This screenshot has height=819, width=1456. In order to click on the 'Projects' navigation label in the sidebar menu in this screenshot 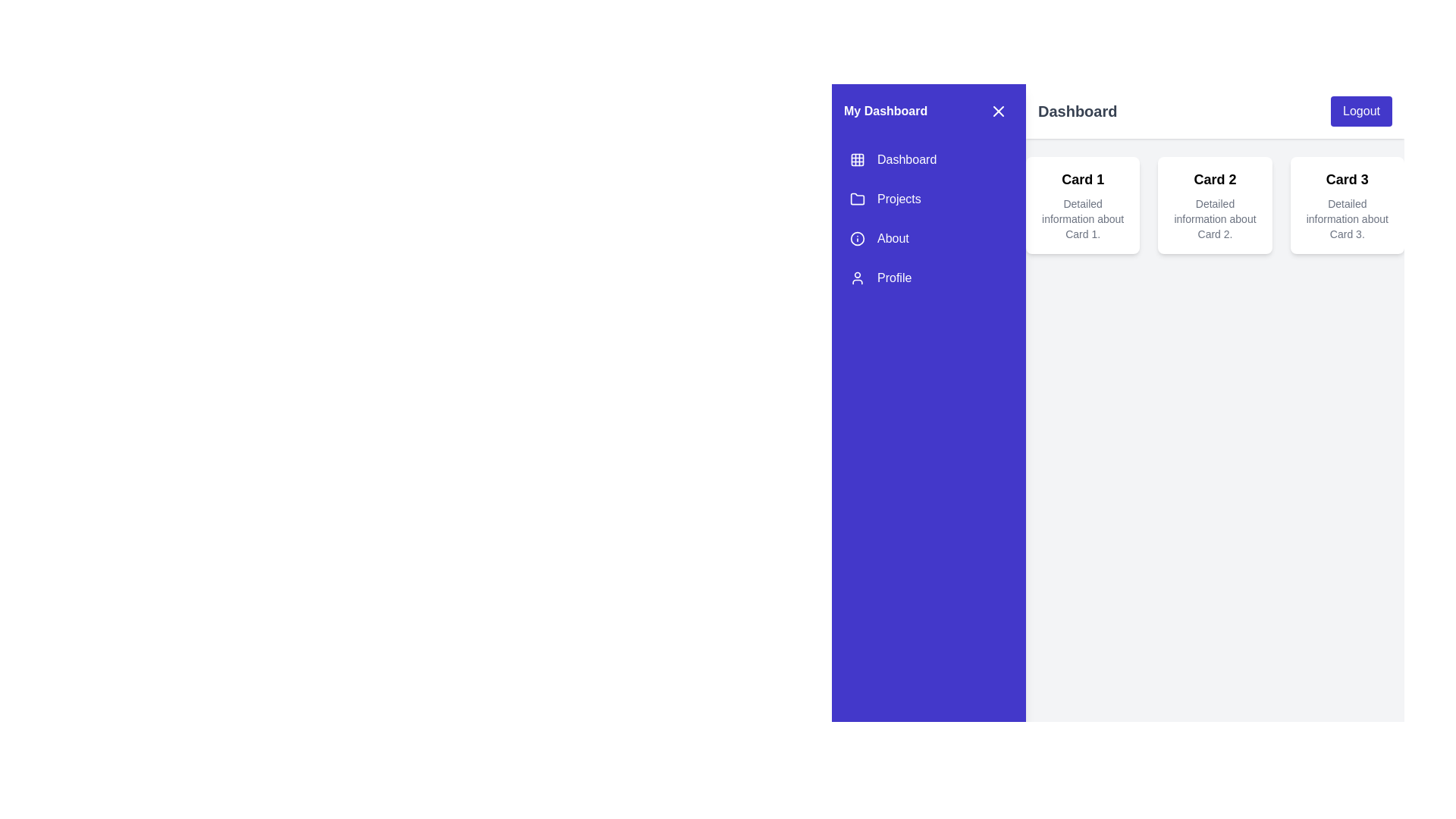, I will do `click(899, 198)`.